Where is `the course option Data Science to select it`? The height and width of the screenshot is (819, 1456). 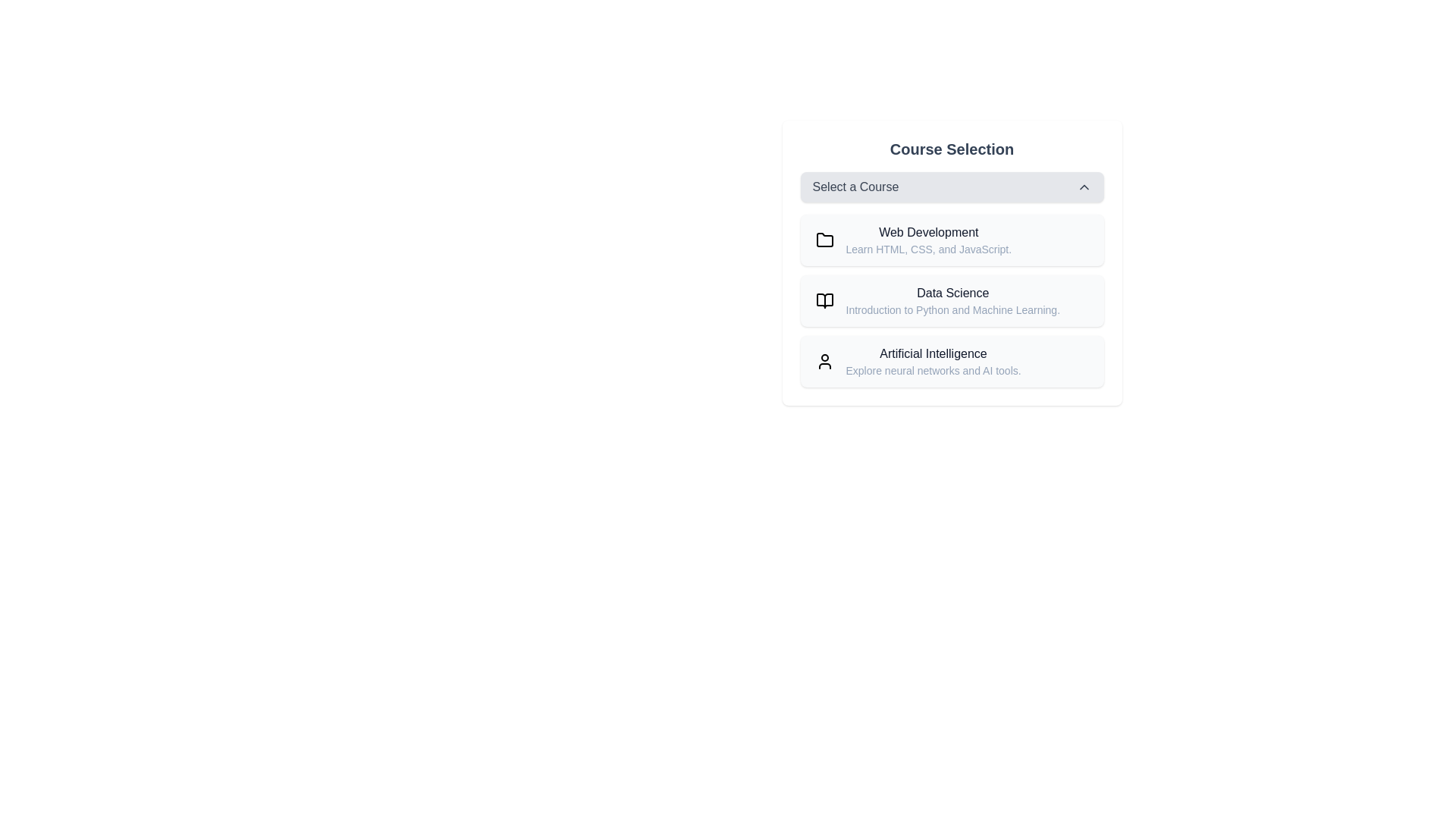
the course option Data Science to select it is located at coordinates (951, 301).